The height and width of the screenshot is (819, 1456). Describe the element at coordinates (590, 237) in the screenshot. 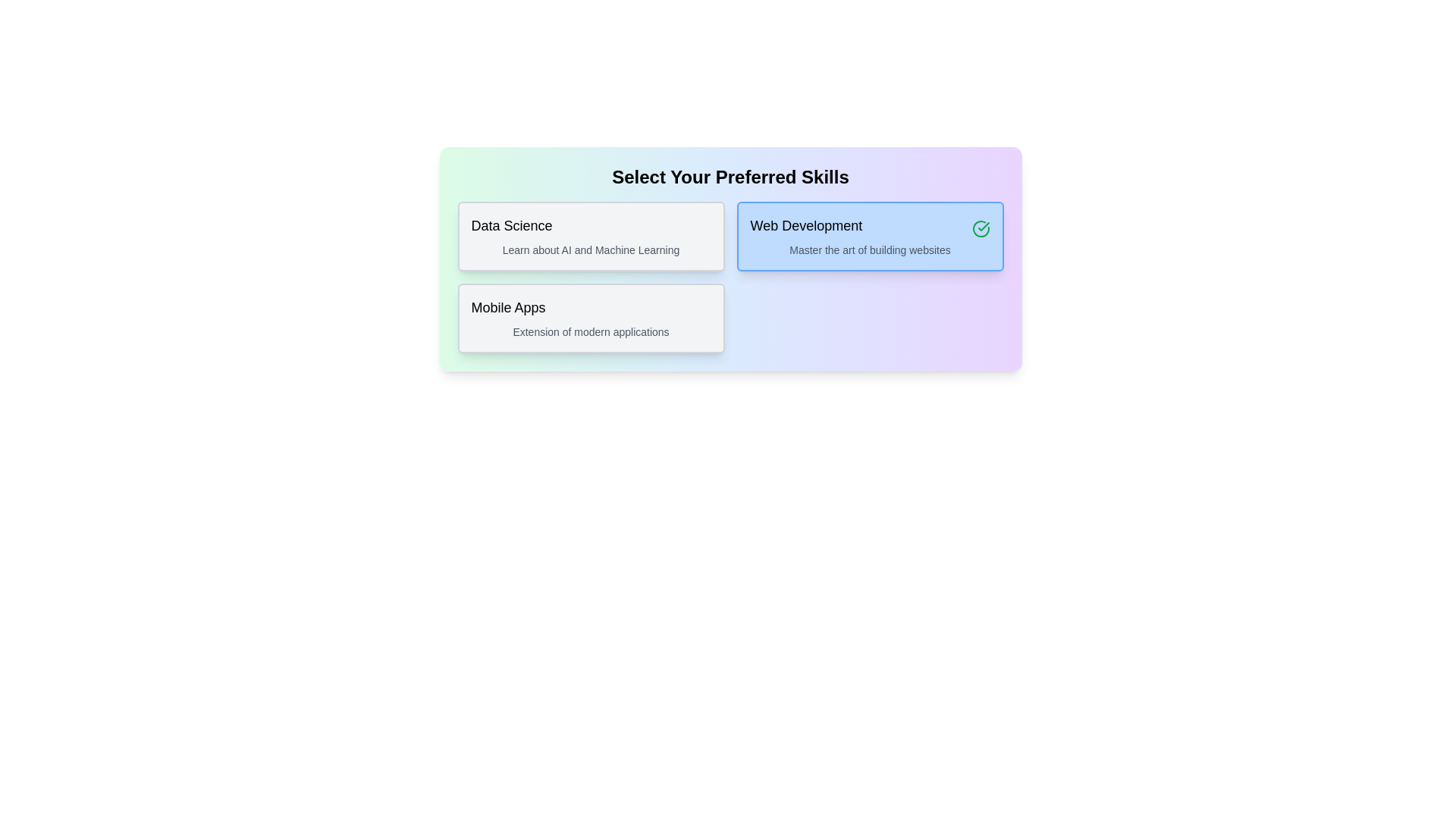

I see `the chip labeled Data Science to observe its hover effect` at that location.